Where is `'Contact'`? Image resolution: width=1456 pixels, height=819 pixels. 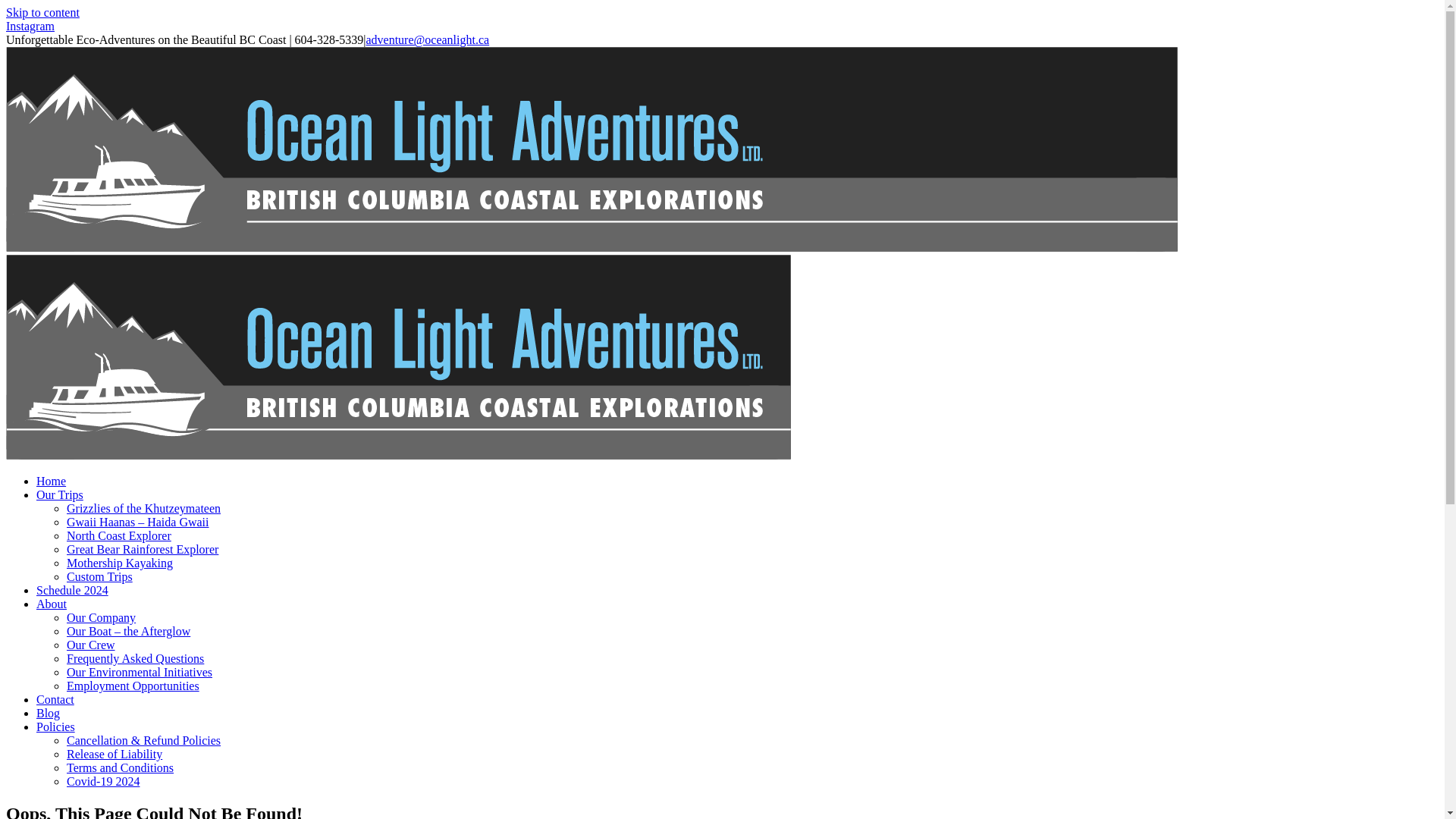
'Contact' is located at coordinates (55, 699).